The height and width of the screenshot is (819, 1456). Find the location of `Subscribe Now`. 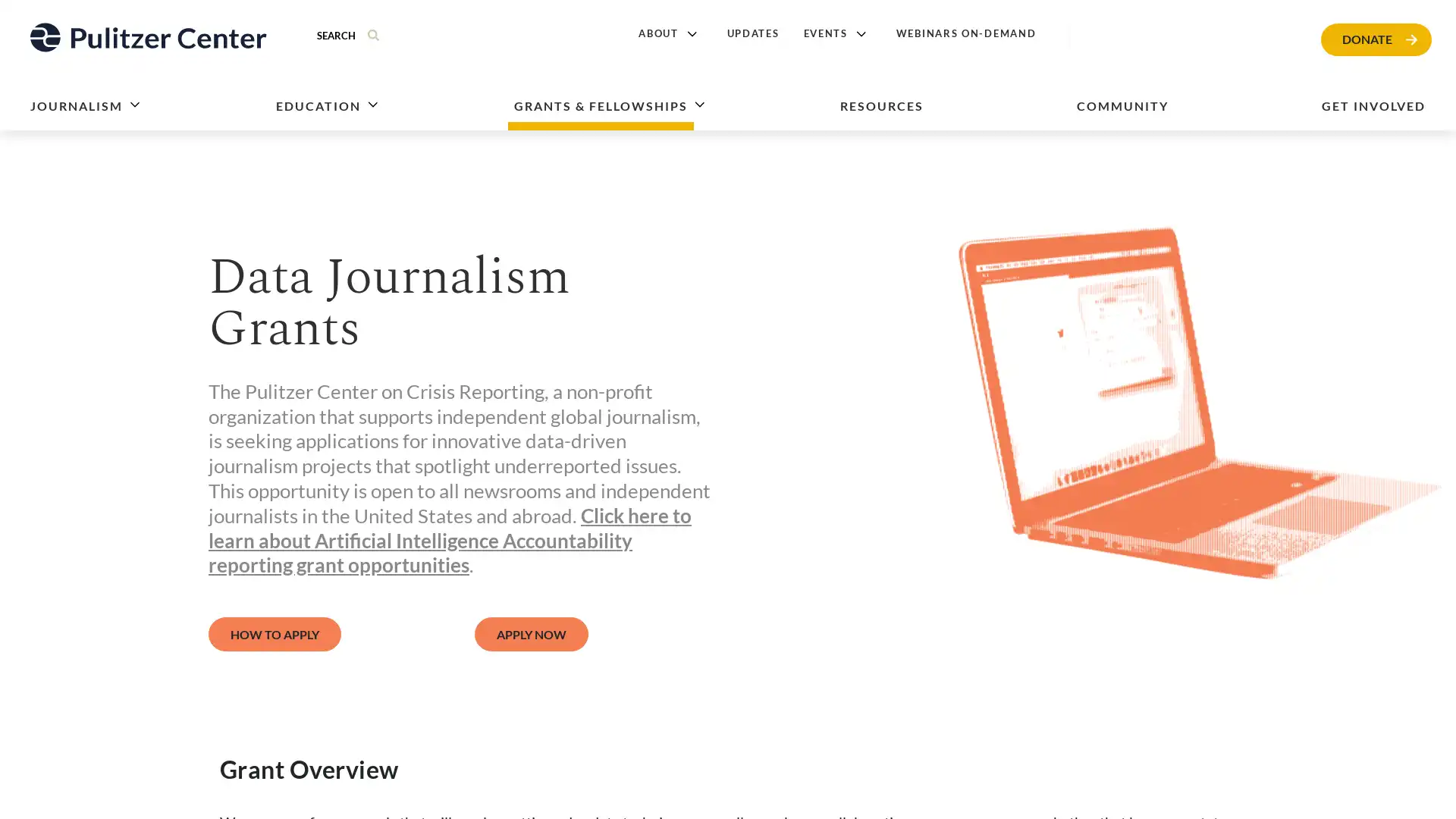

Subscribe Now is located at coordinates (847, 480).